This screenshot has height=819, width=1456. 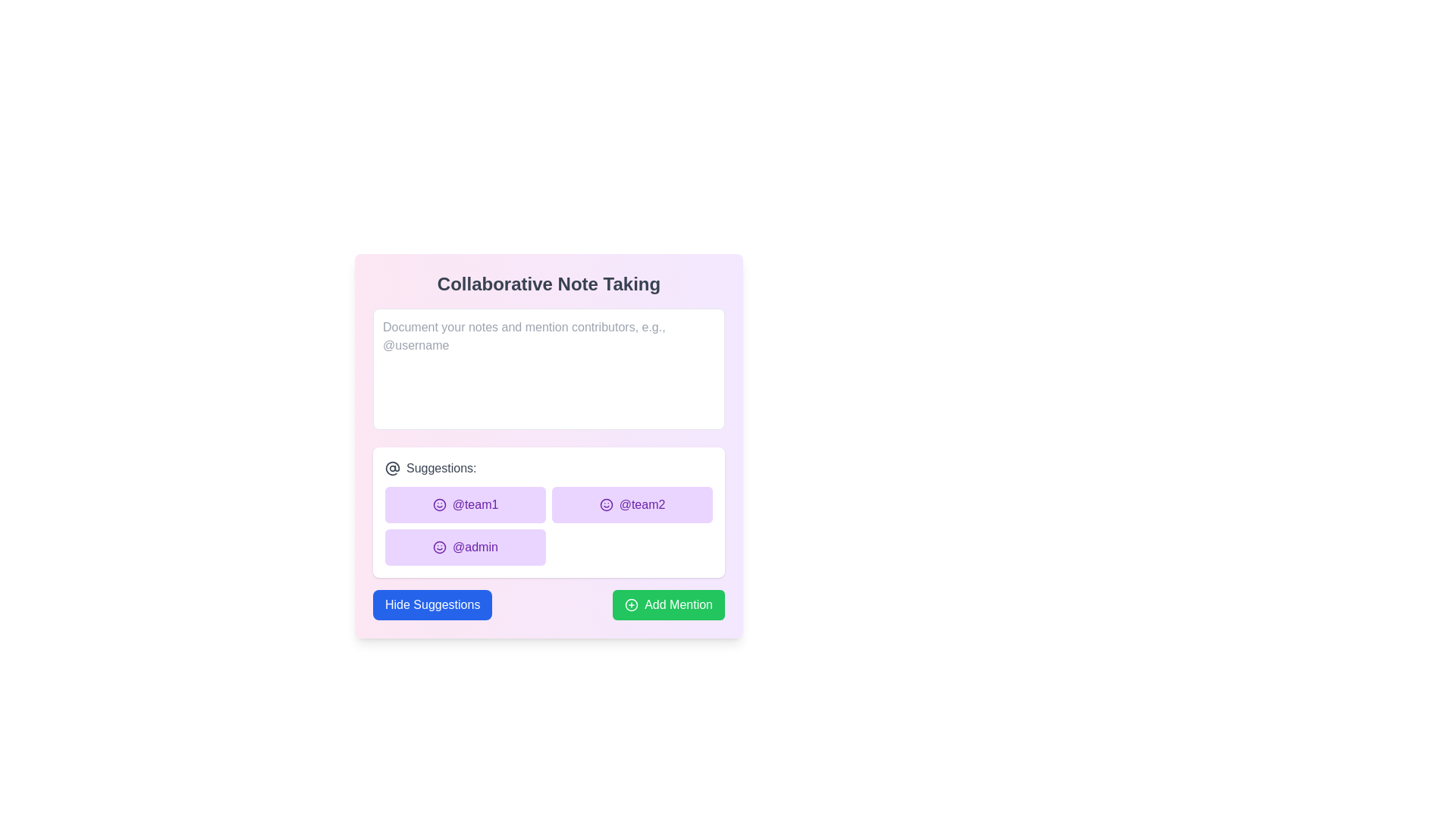 I want to click on the smiley face icon SVG element located to the left of the '@admin' text within a purple rectangular button in the Suggestions section, so click(x=439, y=547).